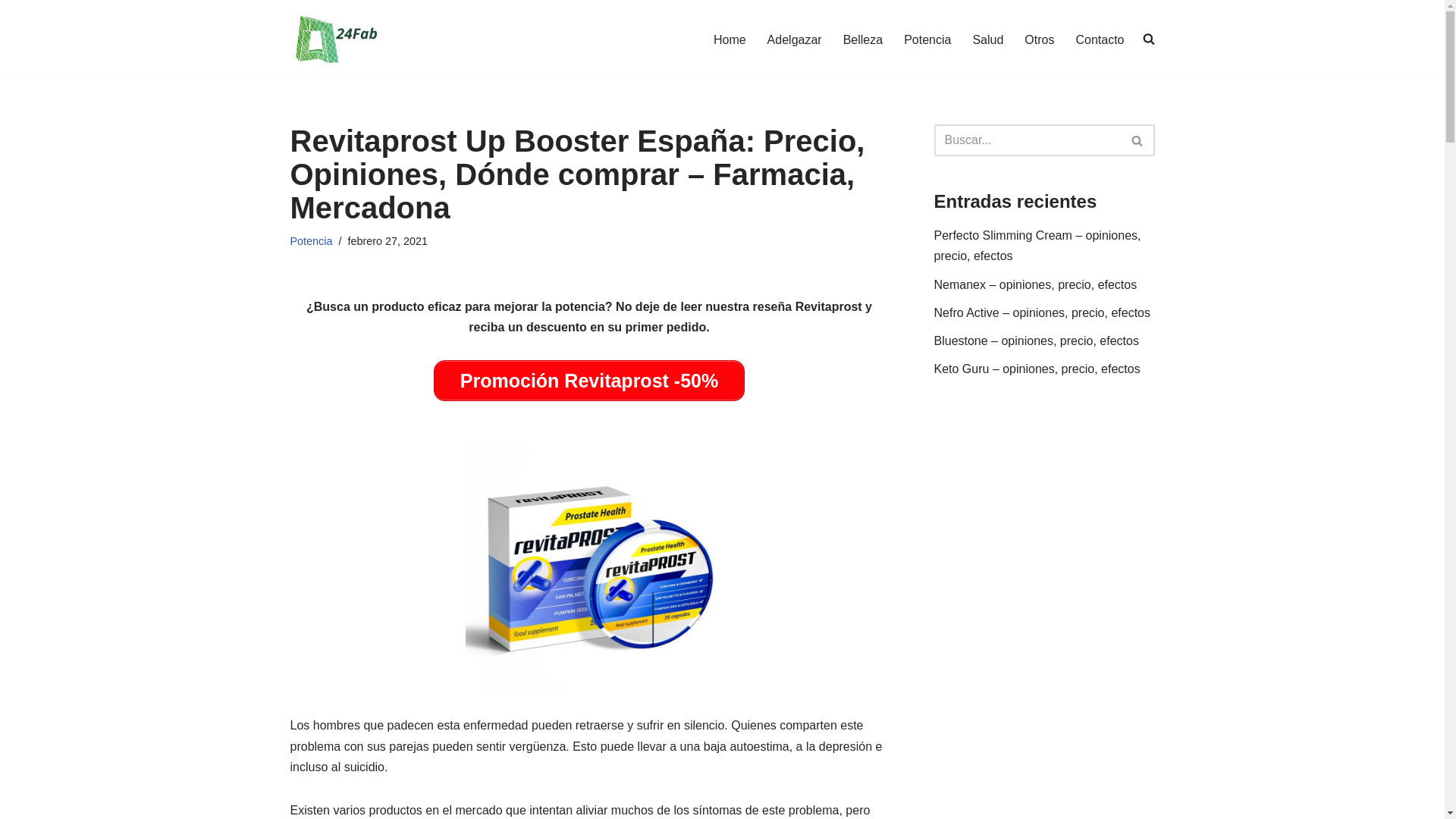 The image size is (1456, 819). What do you see at coordinates (1038, 39) in the screenshot?
I see `'Otros'` at bounding box center [1038, 39].